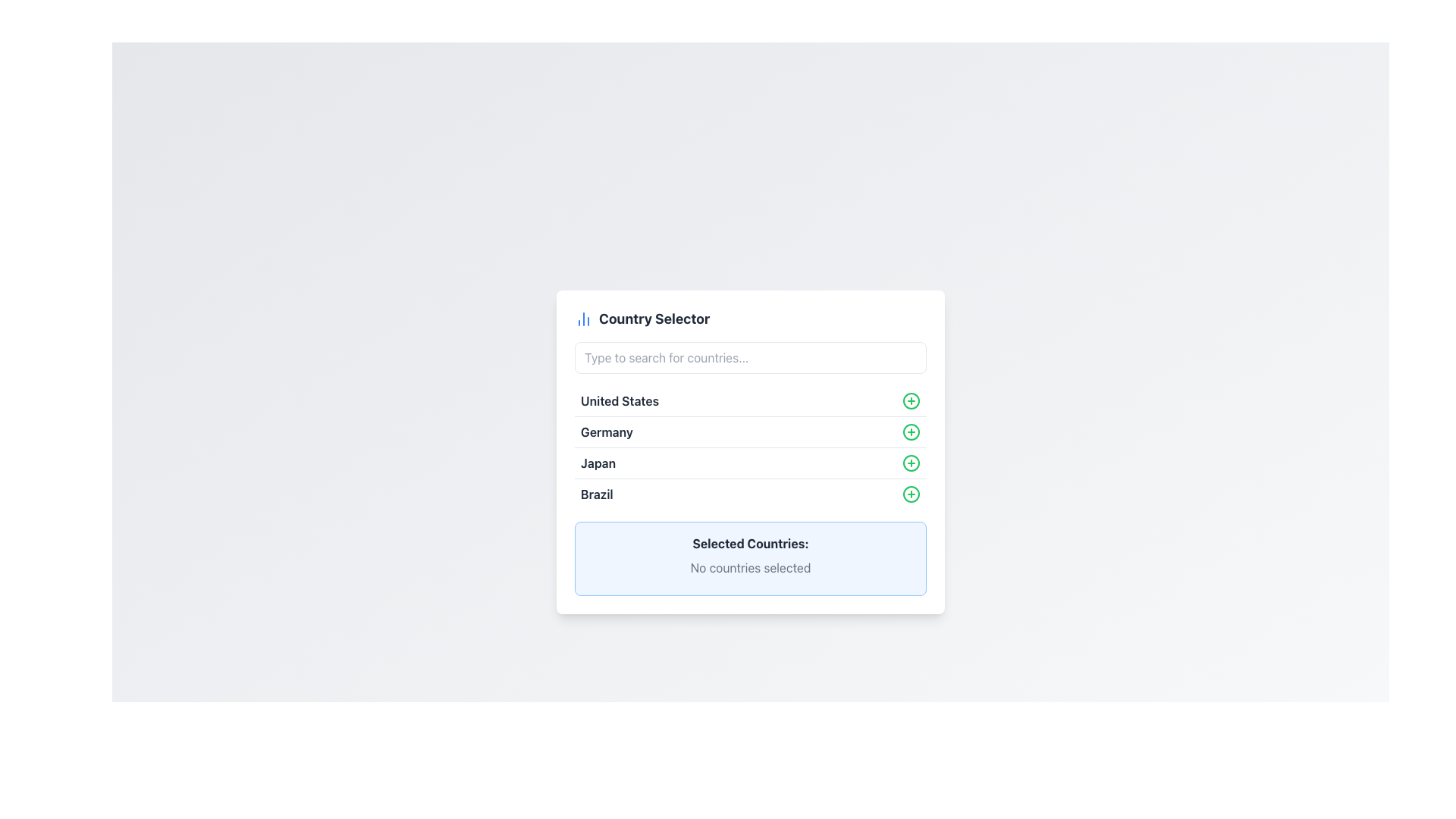  I want to click on the bold text label reading 'Selected Countries:' which is styled with a gray font color and located in the lower section of the country selector interface, above the text 'No countries selected.', so click(750, 542).